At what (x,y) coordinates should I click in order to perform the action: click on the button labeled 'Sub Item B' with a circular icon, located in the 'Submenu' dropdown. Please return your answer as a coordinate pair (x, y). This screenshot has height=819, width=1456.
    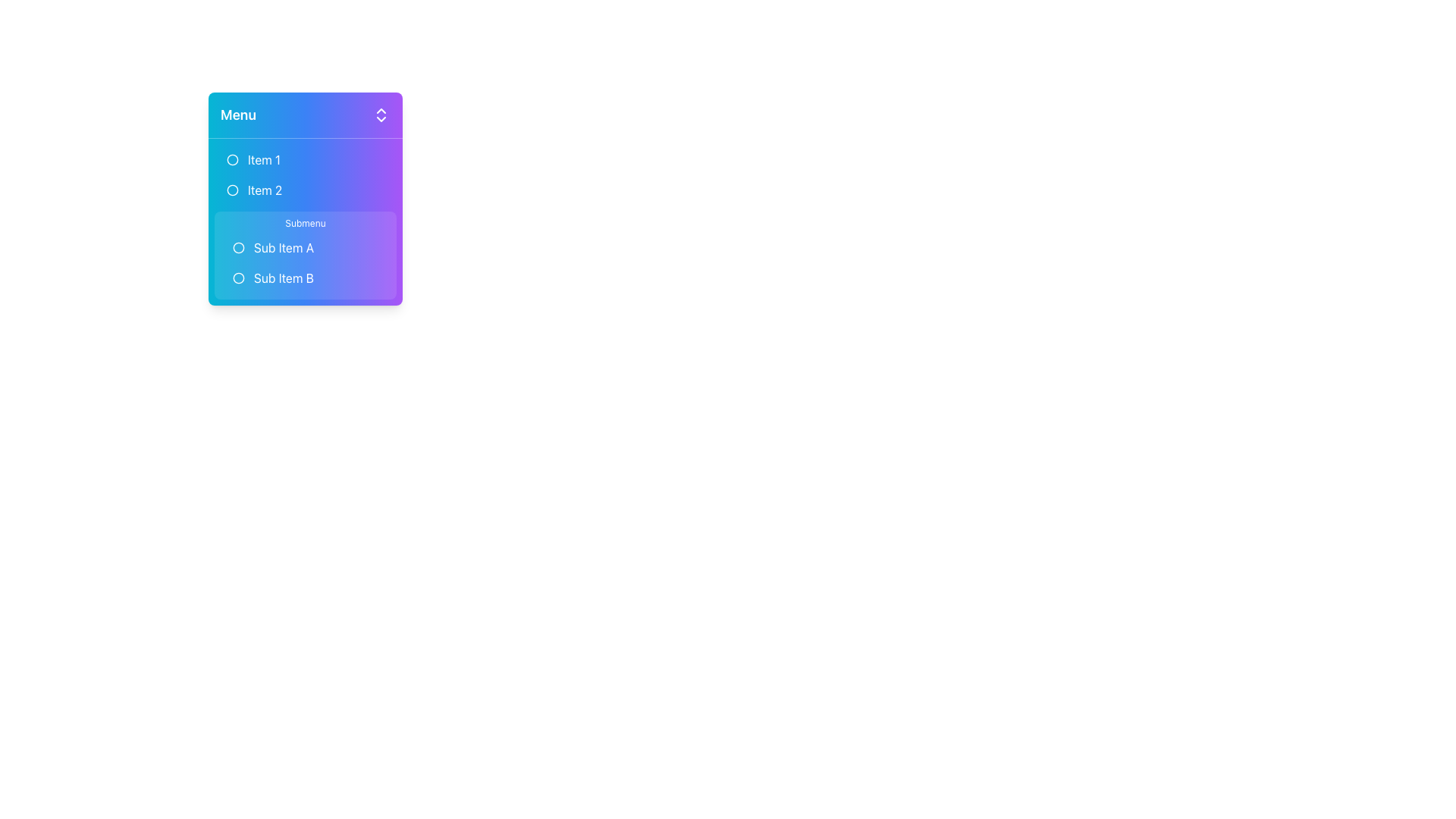
    Looking at the image, I should click on (273, 278).